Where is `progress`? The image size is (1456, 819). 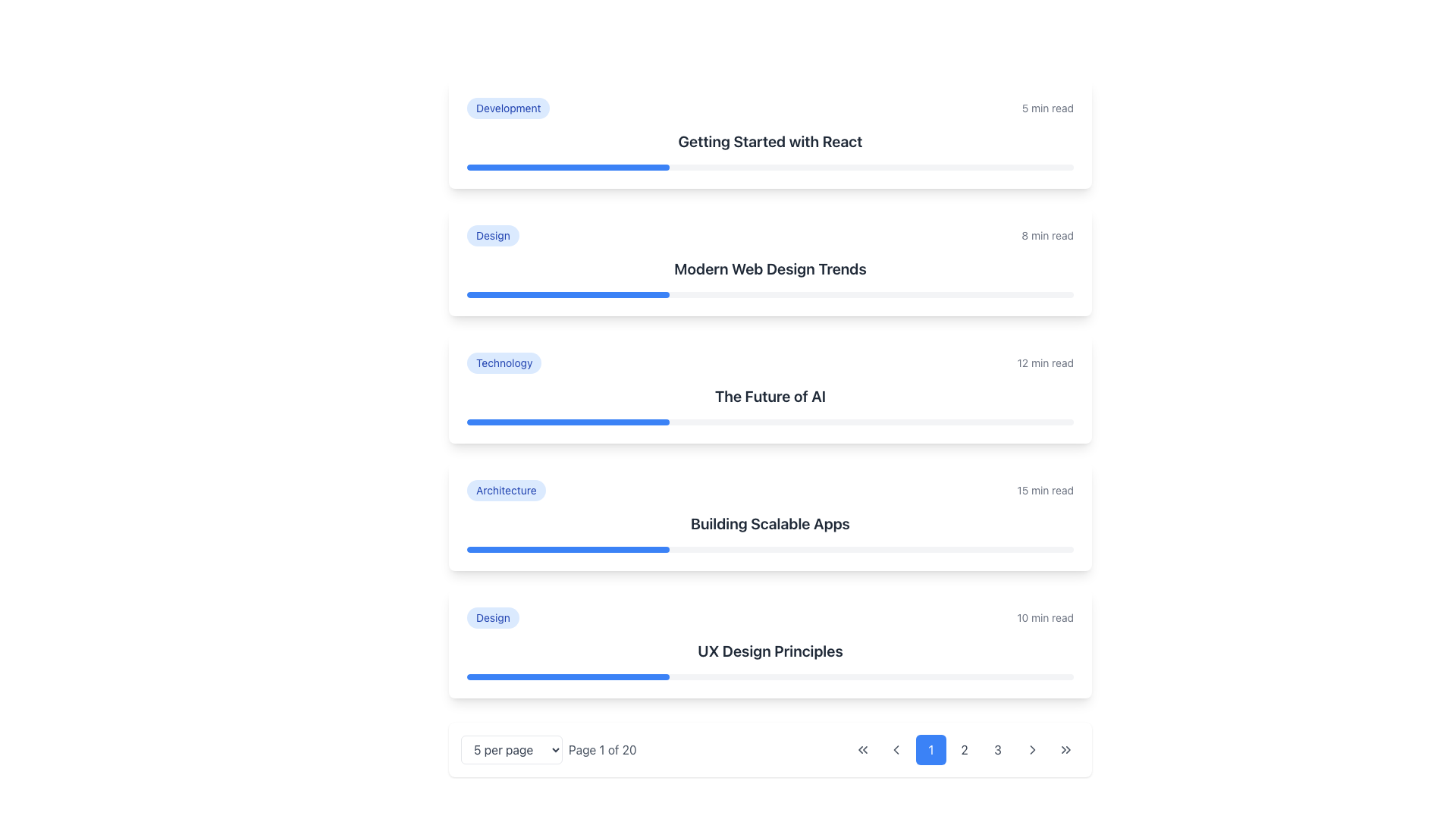
progress is located at coordinates (607, 295).